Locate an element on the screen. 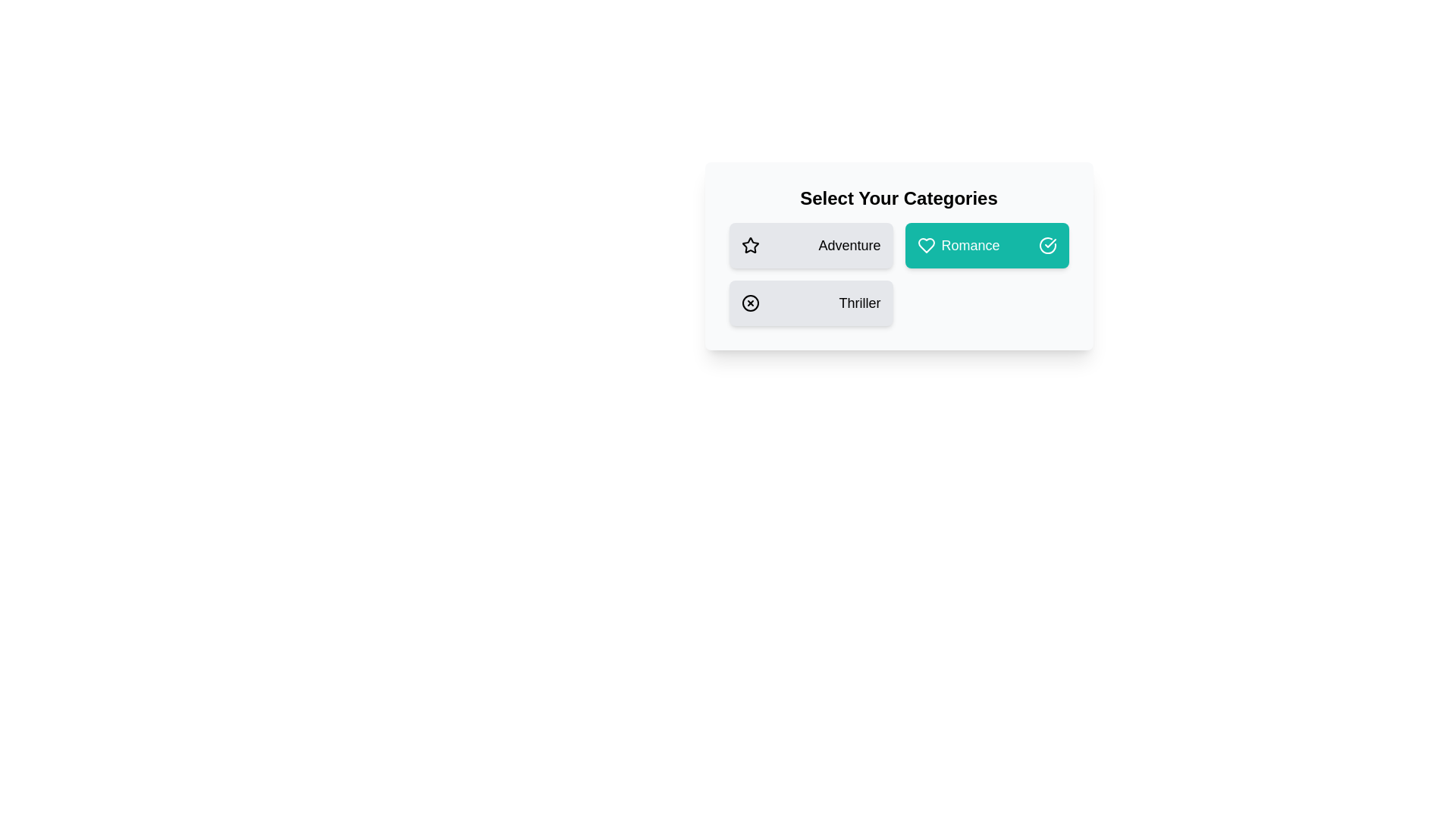 The image size is (1456, 819). the icon for the category Thriller is located at coordinates (750, 303).